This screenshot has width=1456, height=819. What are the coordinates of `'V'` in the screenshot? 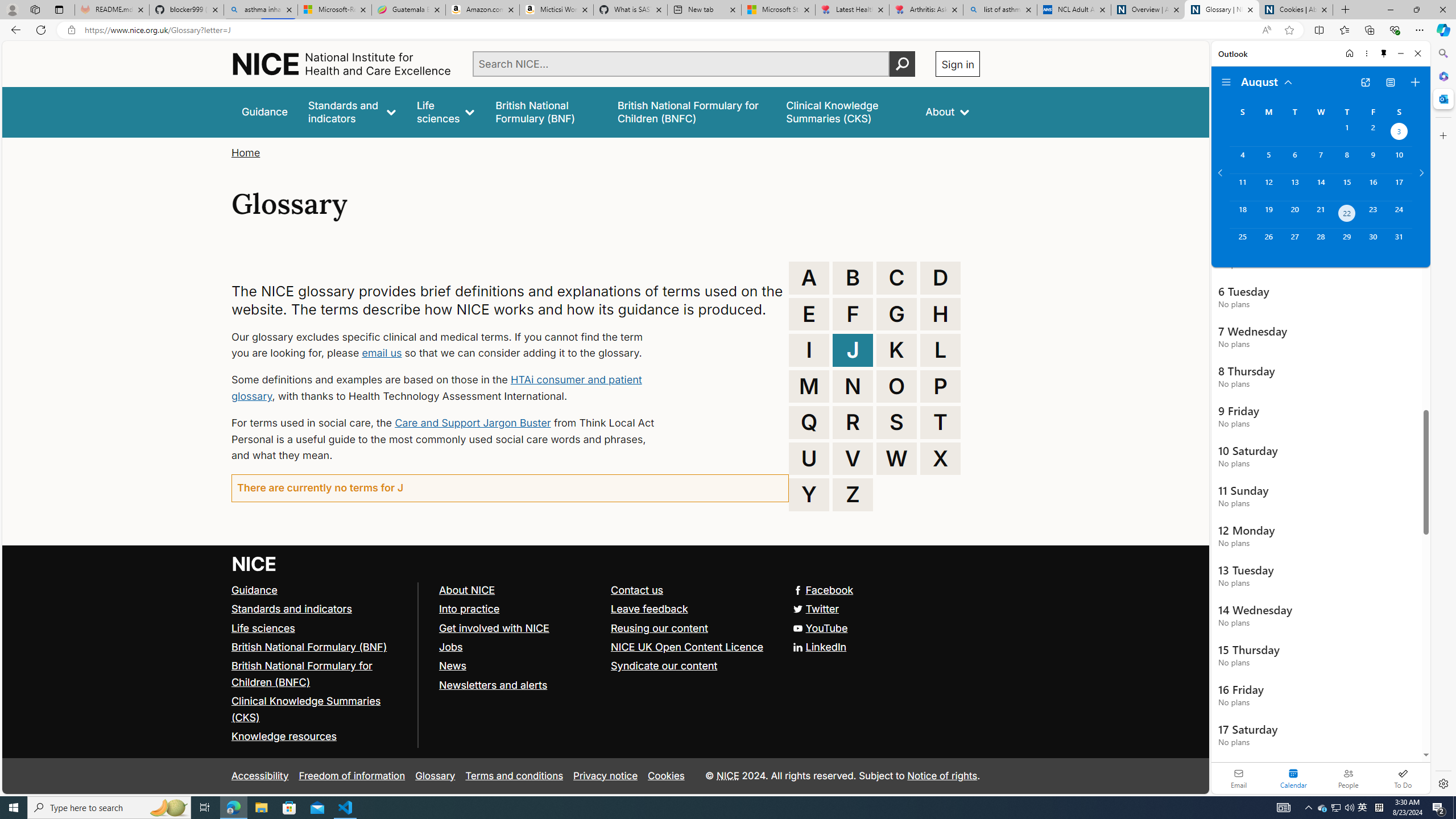 It's located at (853, 459).